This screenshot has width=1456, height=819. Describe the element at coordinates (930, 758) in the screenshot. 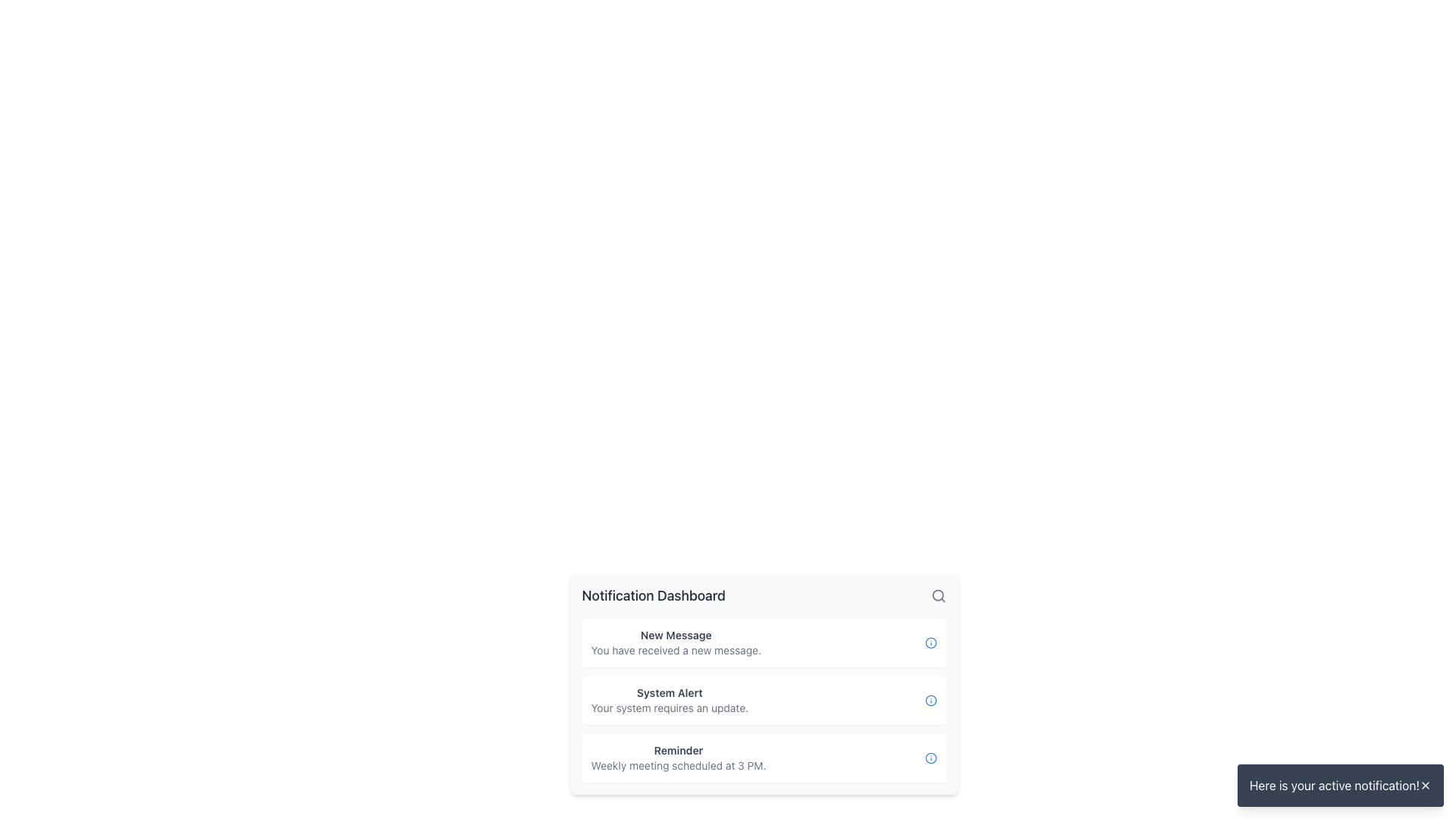

I see `the SVG graphical element representing the 'info' icon located in the third row of the notifications list, adjacent to the 'Reminder' label` at that location.